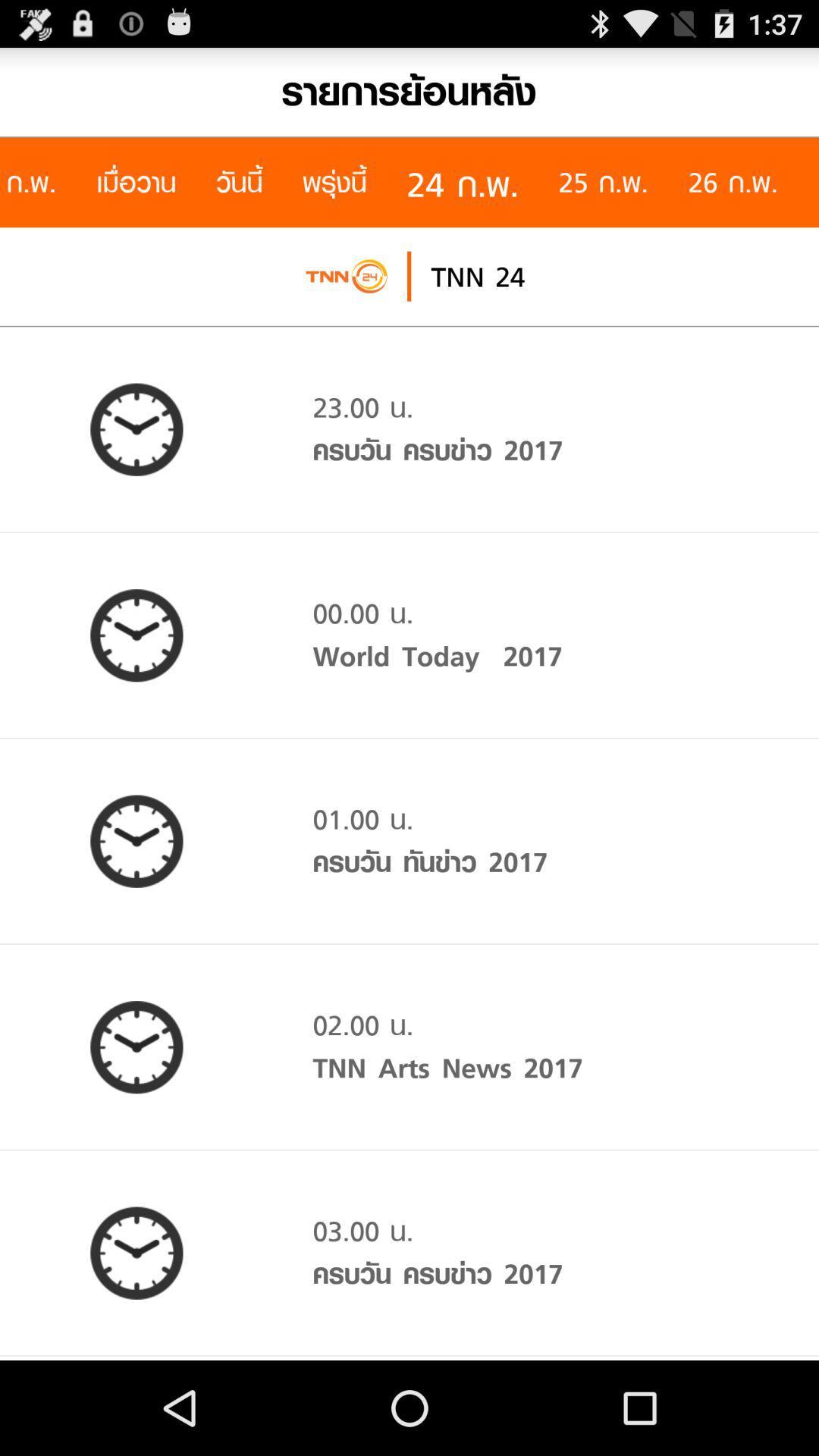 The width and height of the screenshot is (819, 1456). Describe the element at coordinates (438, 656) in the screenshot. I see `the world today  2017` at that location.